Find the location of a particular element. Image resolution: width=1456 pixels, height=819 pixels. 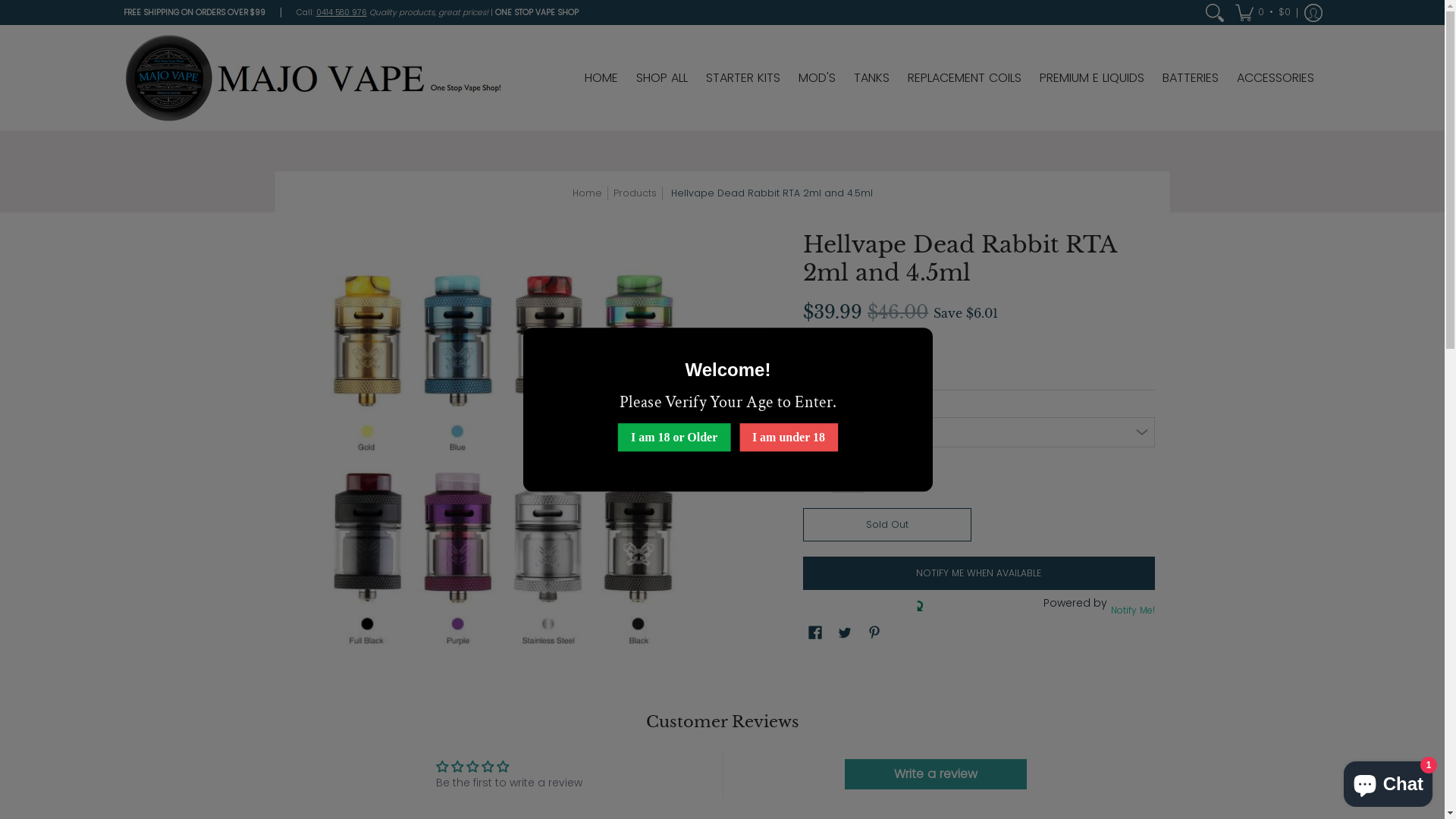

'SHOP ALL' is located at coordinates (661, 77).